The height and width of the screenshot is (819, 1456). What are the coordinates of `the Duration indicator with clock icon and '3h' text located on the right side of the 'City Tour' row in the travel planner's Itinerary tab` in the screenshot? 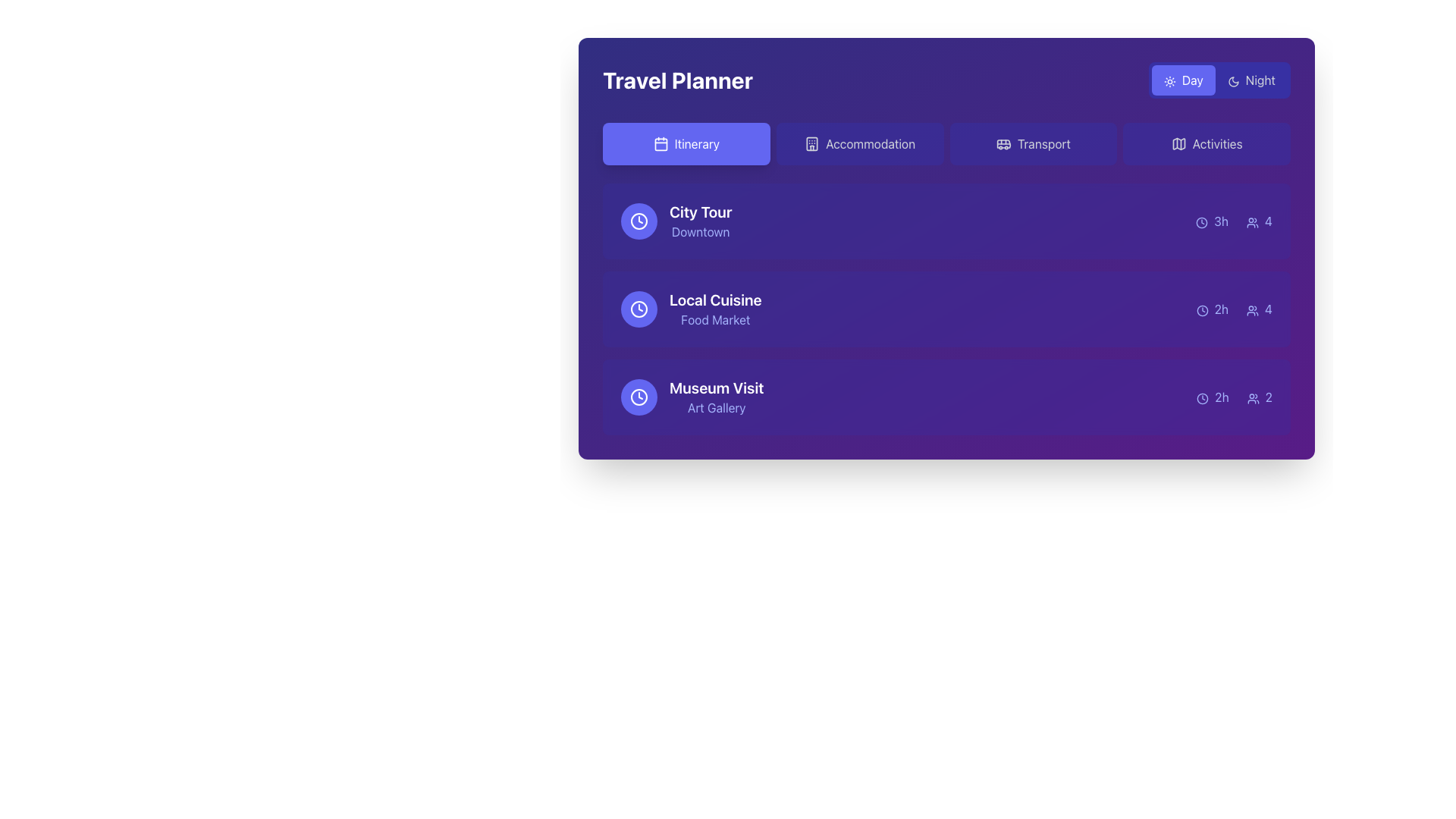 It's located at (1211, 221).